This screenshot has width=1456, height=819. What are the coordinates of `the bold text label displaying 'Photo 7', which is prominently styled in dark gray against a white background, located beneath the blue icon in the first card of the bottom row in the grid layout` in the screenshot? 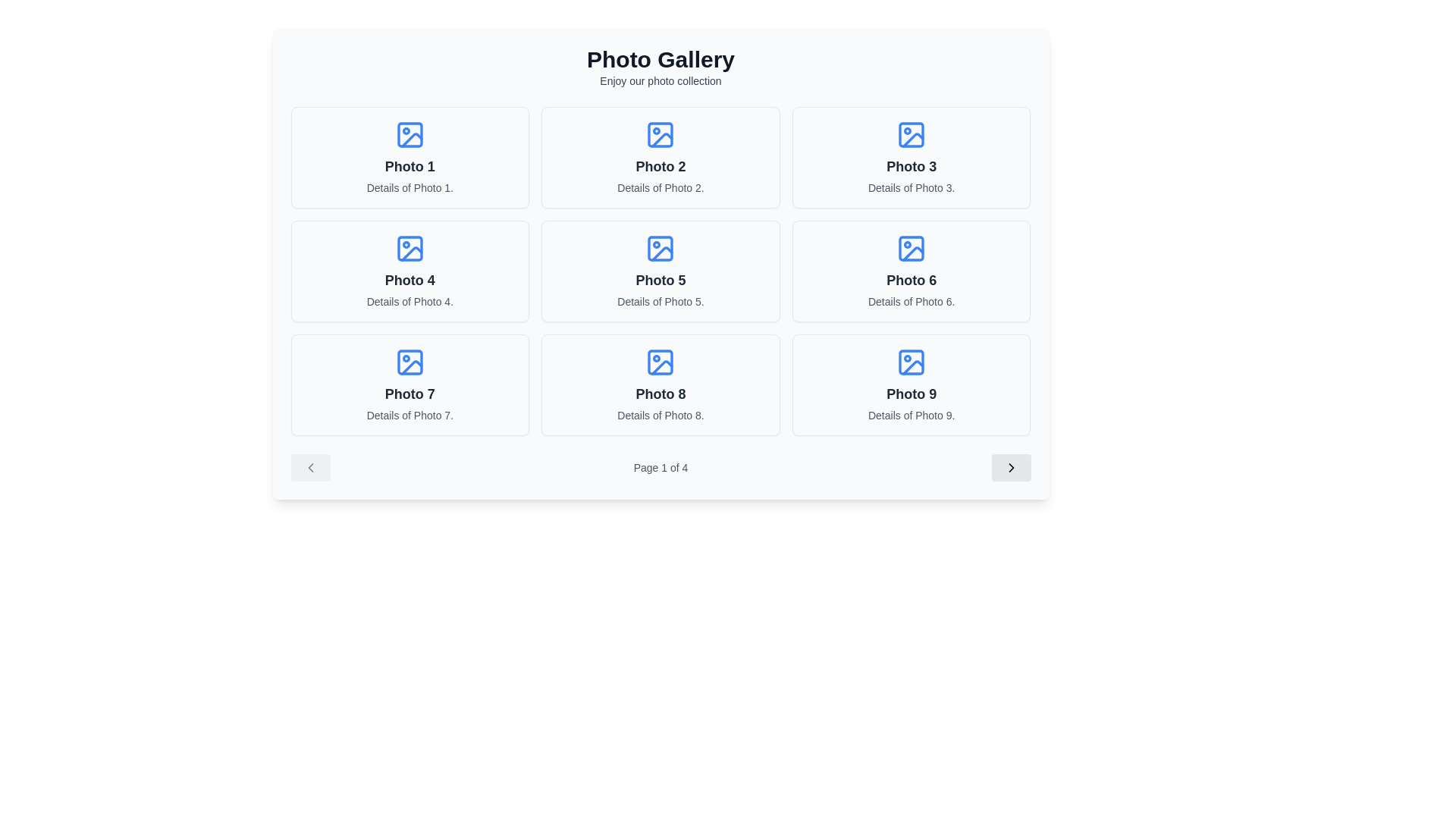 It's located at (409, 394).